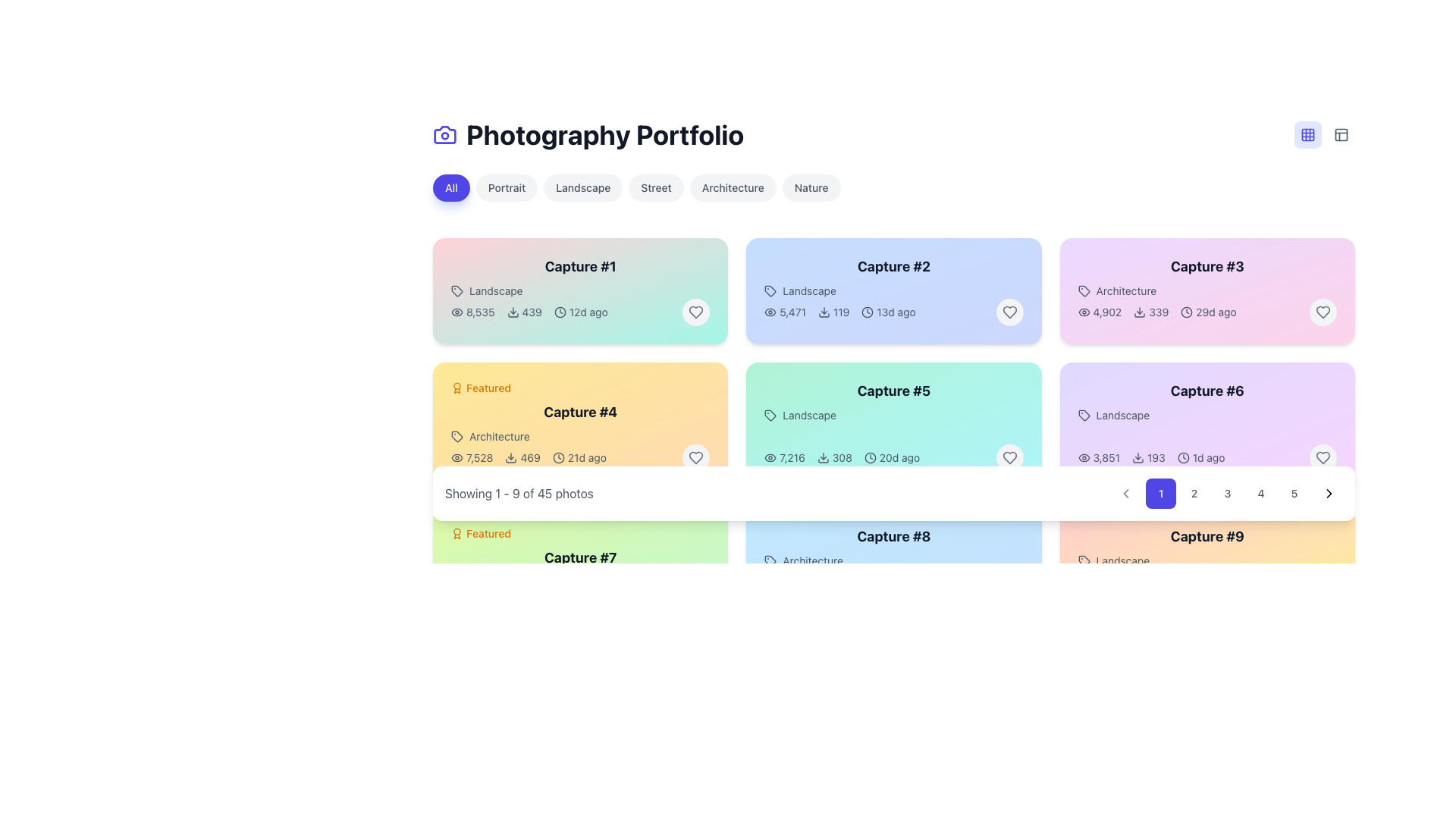 The image size is (1456, 819). What do you see at coordinates (1009, 457) in the screenshot?
I see `the 'like' button located at the bottom-right corner of the 'Capture #5' card` at bounding box center [1009, 457].